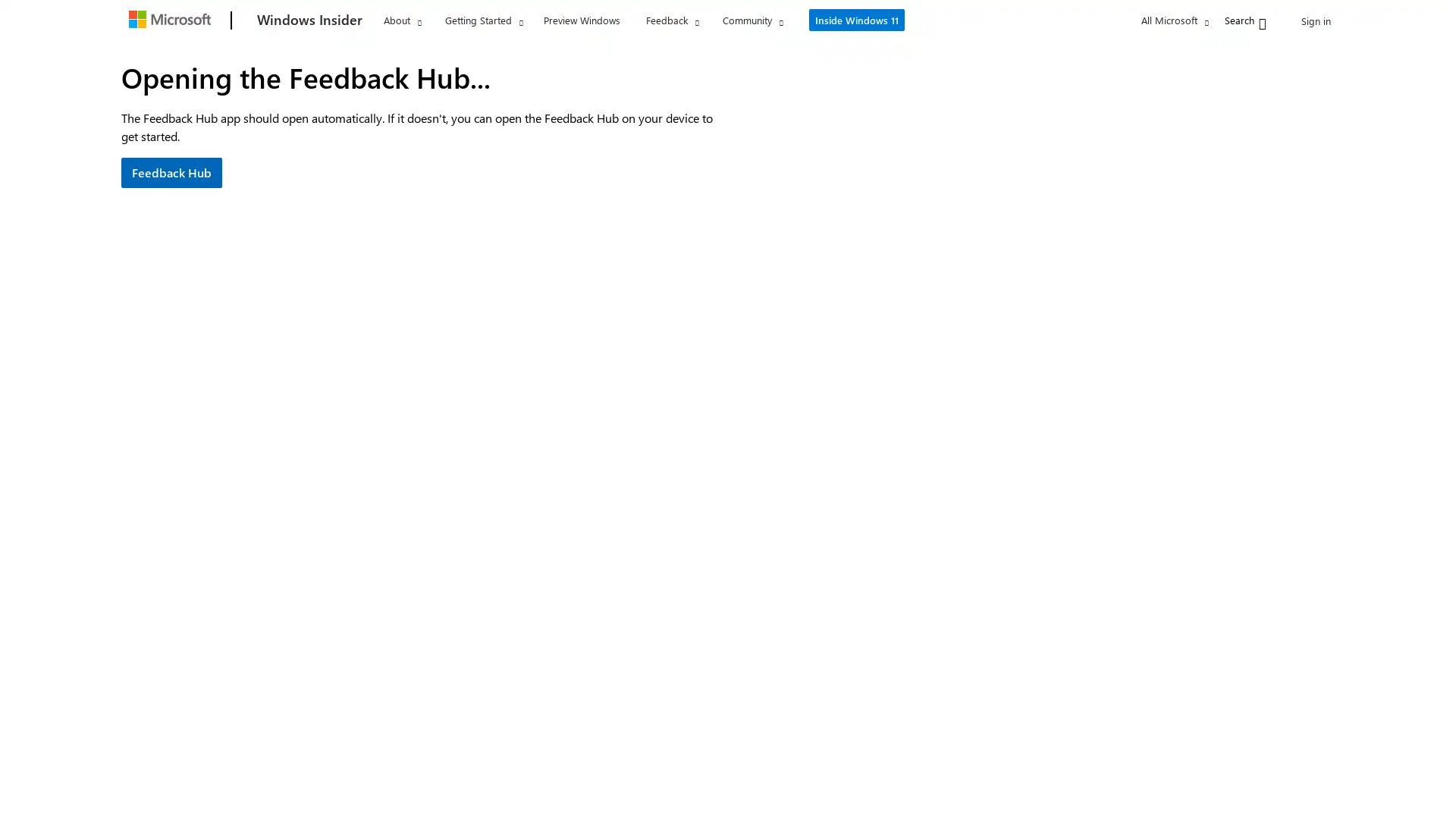  I want to click on All Microsoft expand to see list of Microsoft products and services, so click(1140, 20).